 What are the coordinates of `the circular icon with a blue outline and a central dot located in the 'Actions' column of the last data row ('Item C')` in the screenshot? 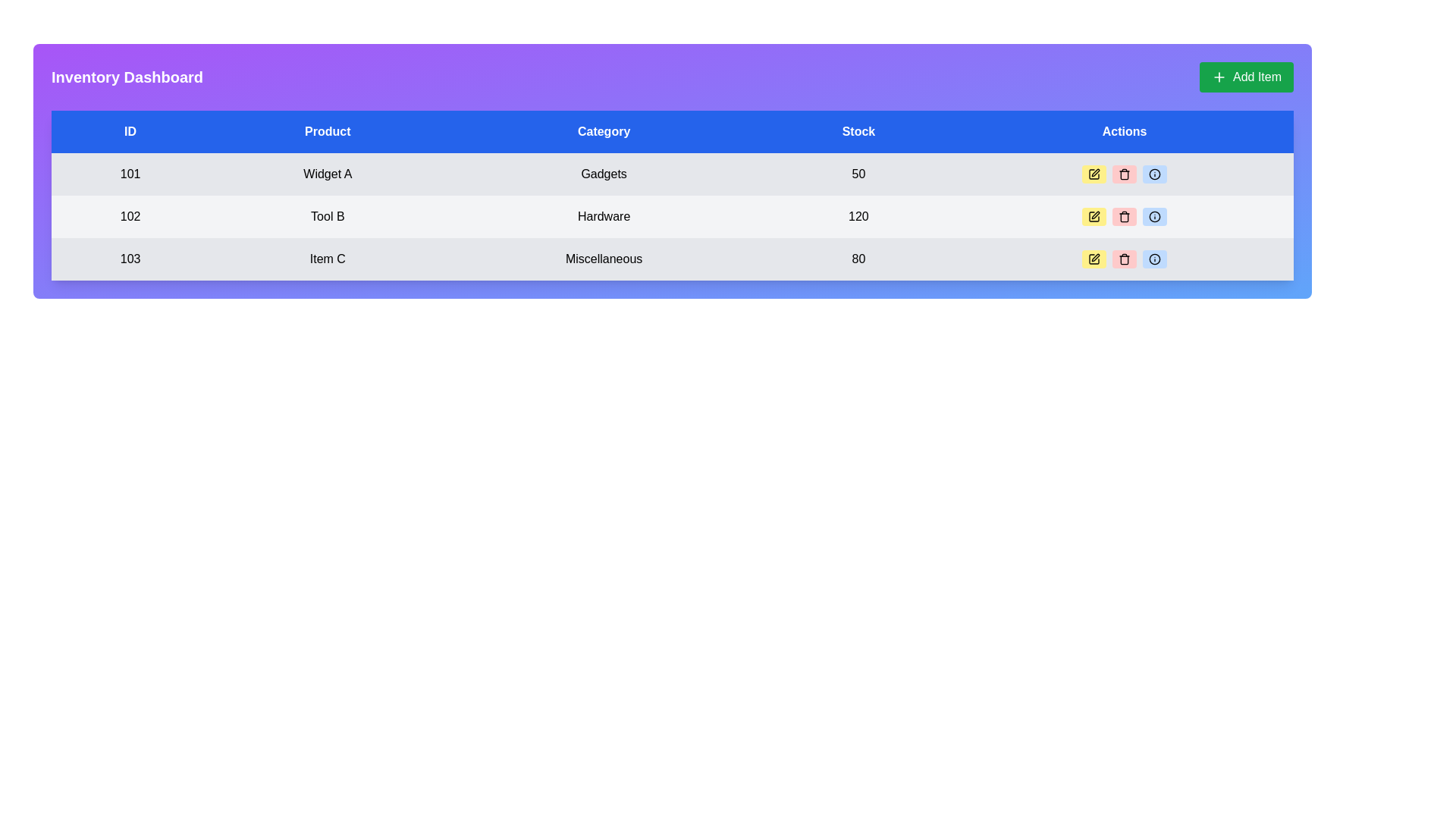 It's located at (1153, 259).